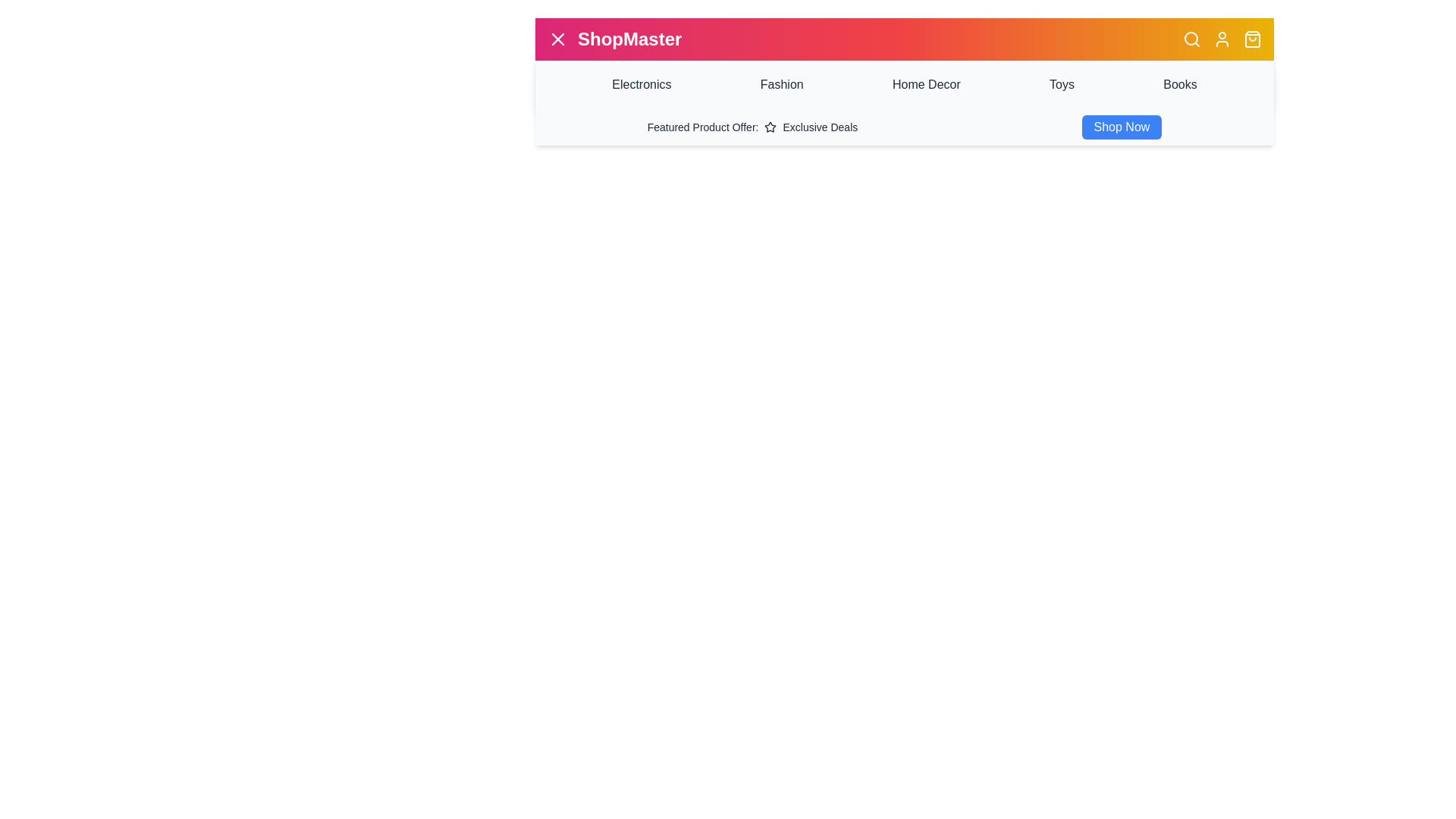 The height and width of the screenshot is (819, 1456). I want to click on the menu button to toggle the navigation menu visibility, so click(557, 38).